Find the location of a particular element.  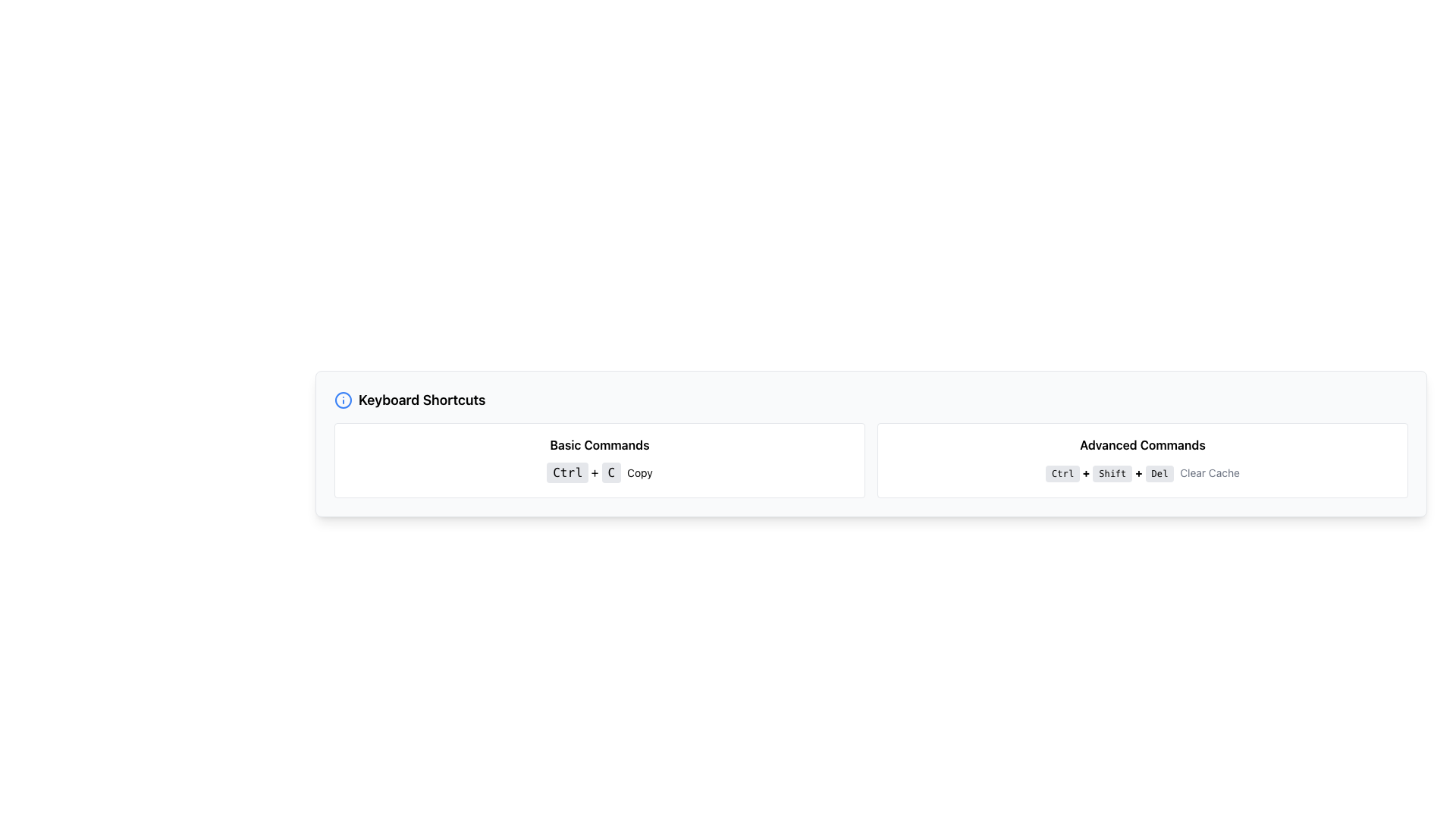

text of the button-like UI element labeled 'Del' which is located in the 'Advanced Commands' section, following the 'Ctrl' and 'Shift' labels is located at coordinates (1159, 472).